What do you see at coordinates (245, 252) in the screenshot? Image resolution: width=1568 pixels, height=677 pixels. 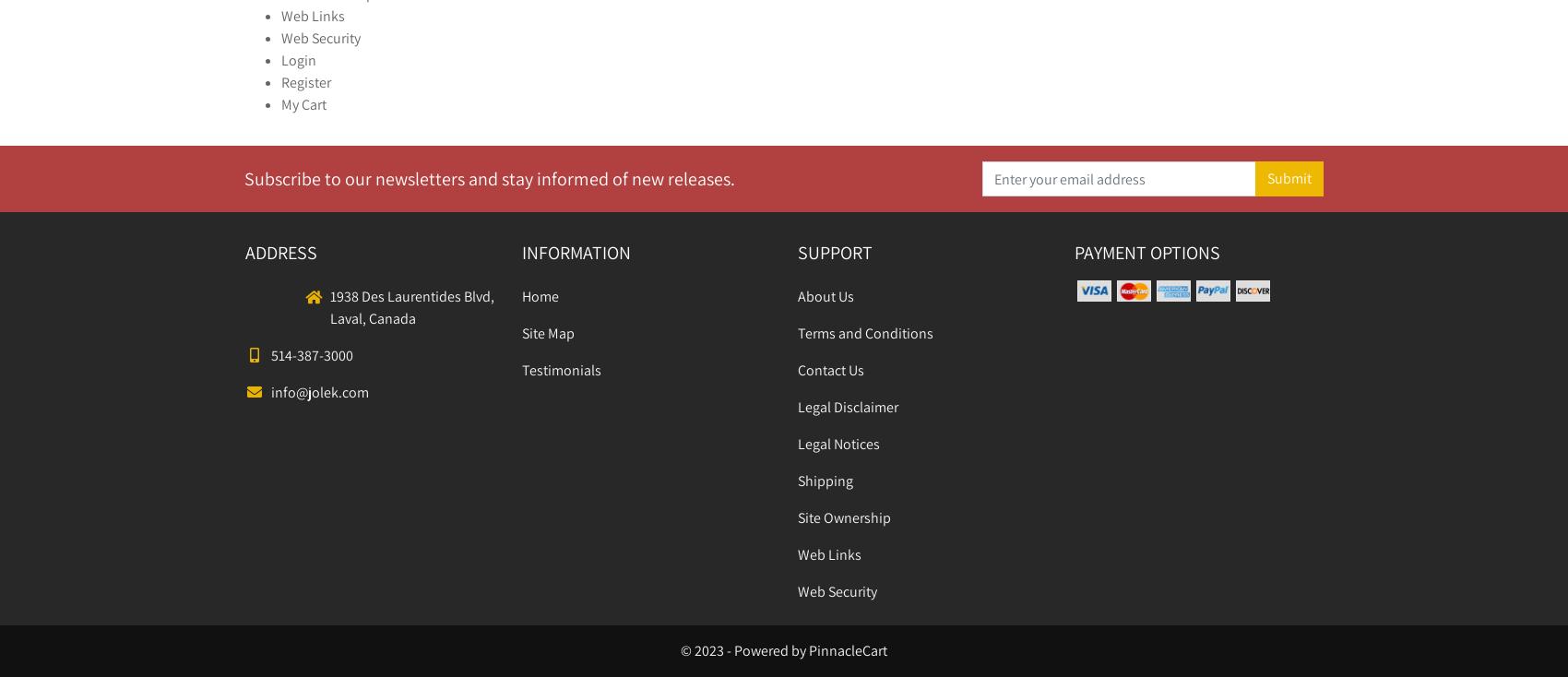 I see `'Address'` at bounding box center [245, 252].